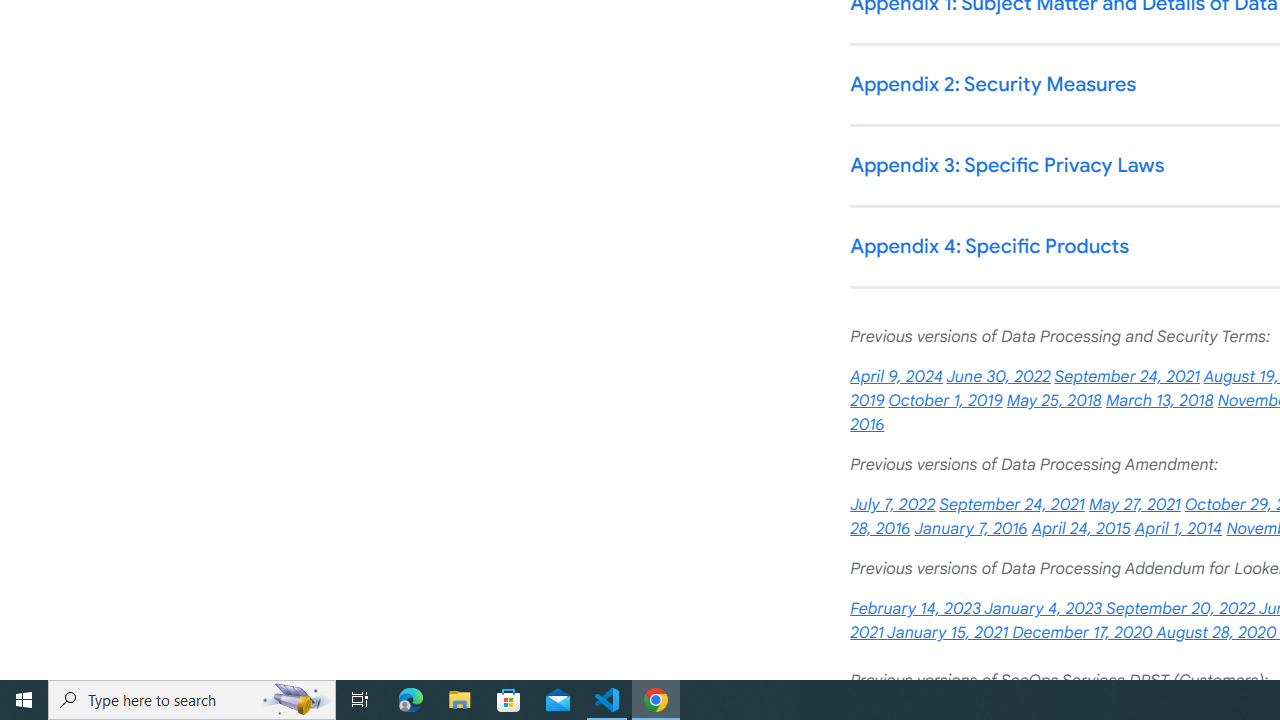  What do you see at coordinates (1134, 504) in the screenshot?
I see `'May 27, 2021'` at bounding box center [1134, 504].